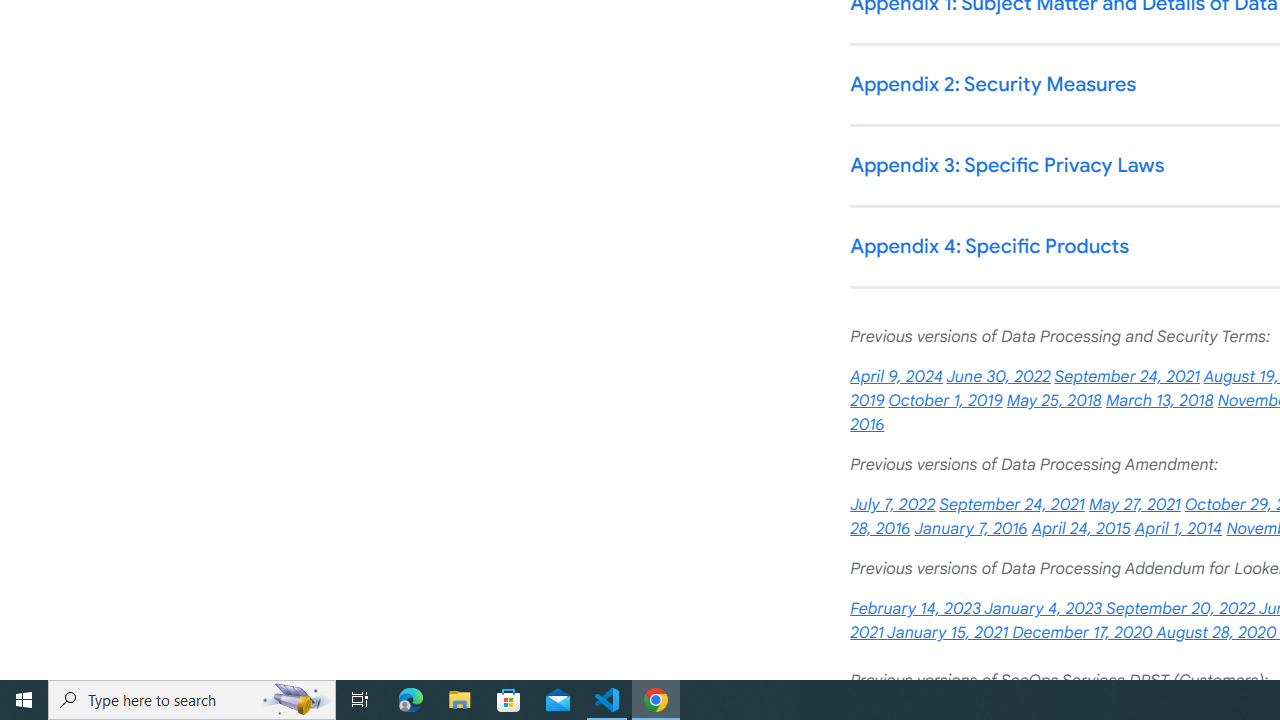  What do you see at coordinates (1134, 504) in the screenshot?
I see `'May 27, 2021'` at bounding box center [1134, 504].